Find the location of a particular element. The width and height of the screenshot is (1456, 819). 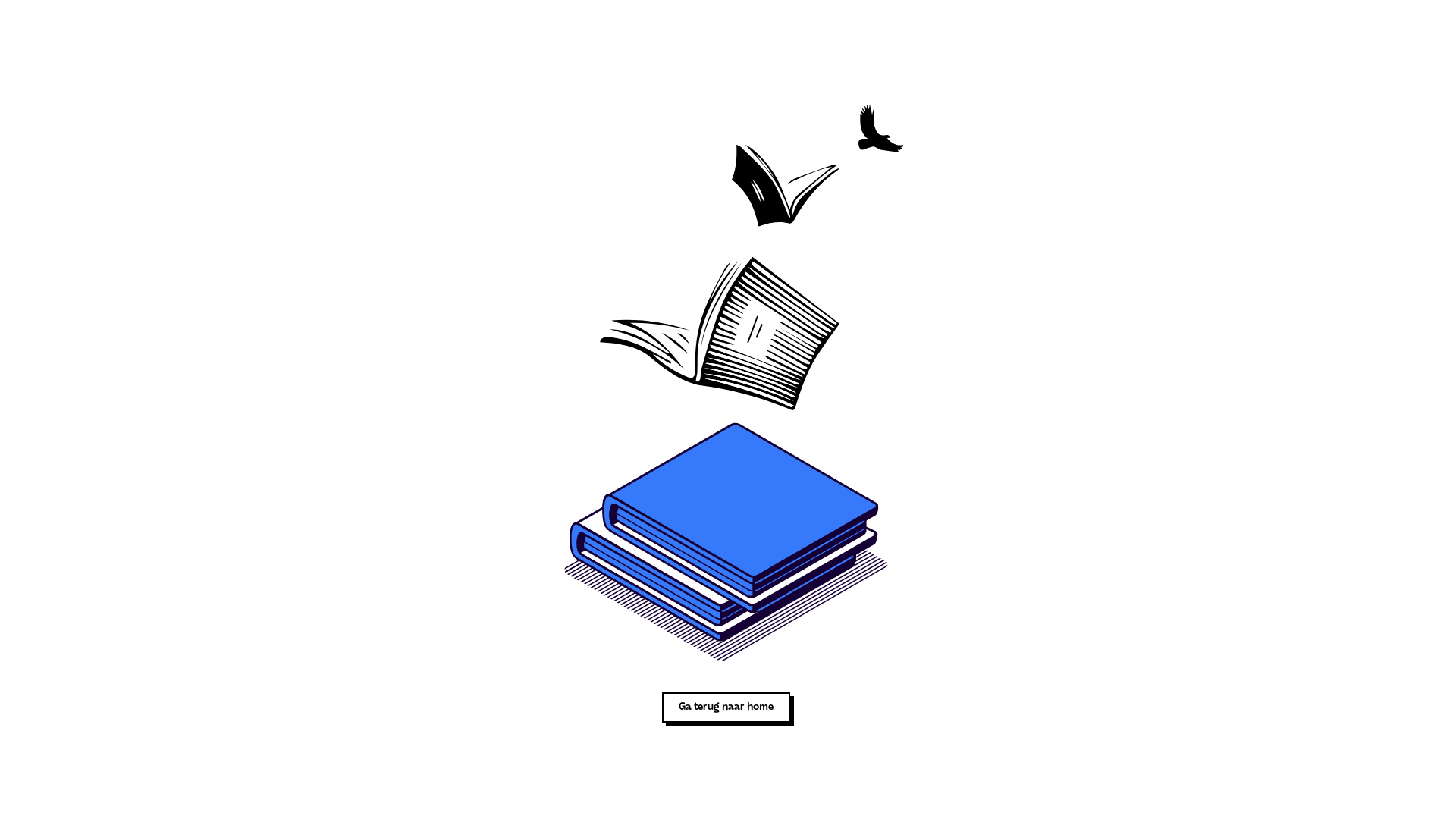

'Ga terug naar home' is located at coordinates (725, 708).